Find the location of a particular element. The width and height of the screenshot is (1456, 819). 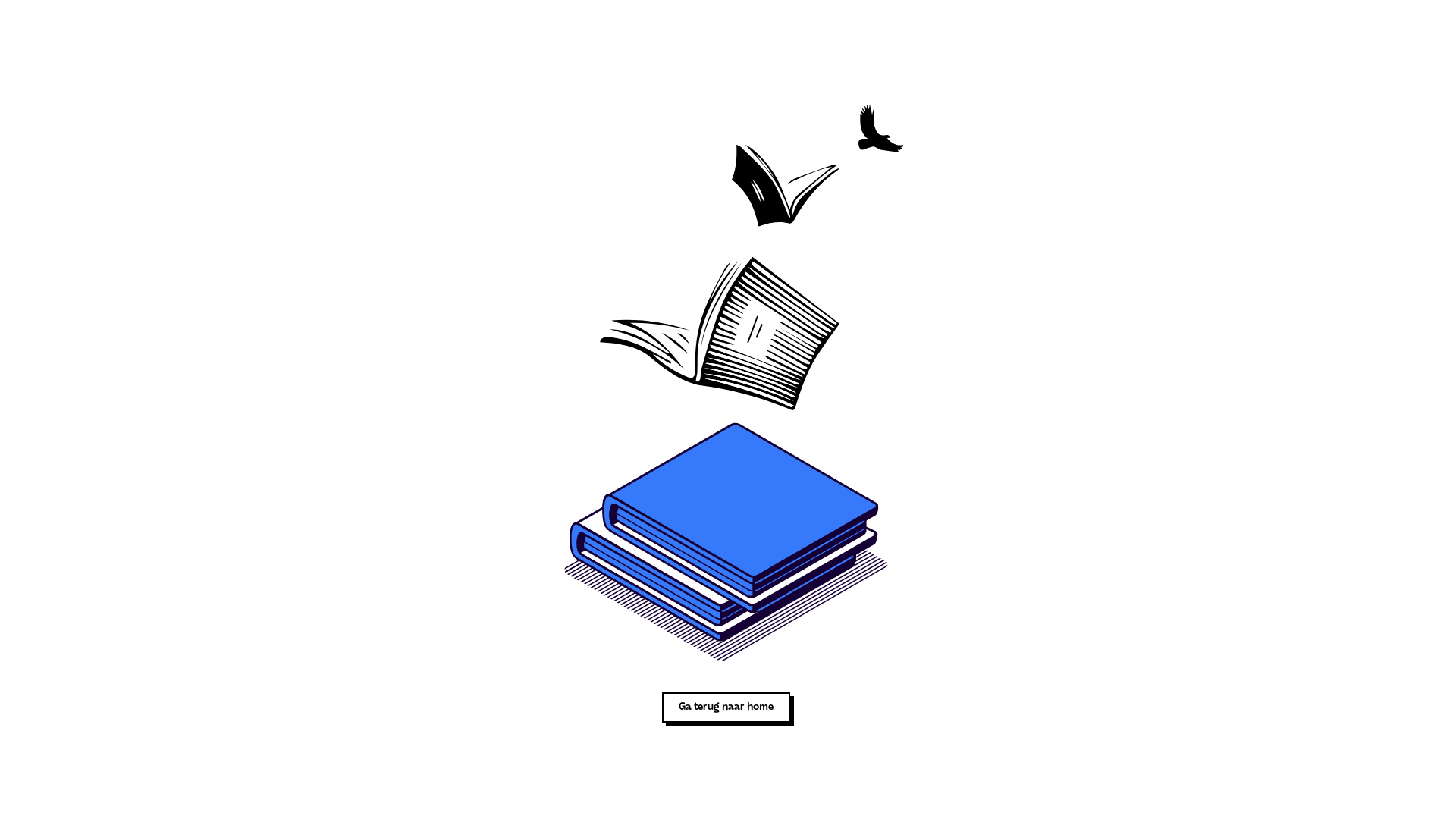

'Ga terug naar home' is located at coordinates (725, 708).